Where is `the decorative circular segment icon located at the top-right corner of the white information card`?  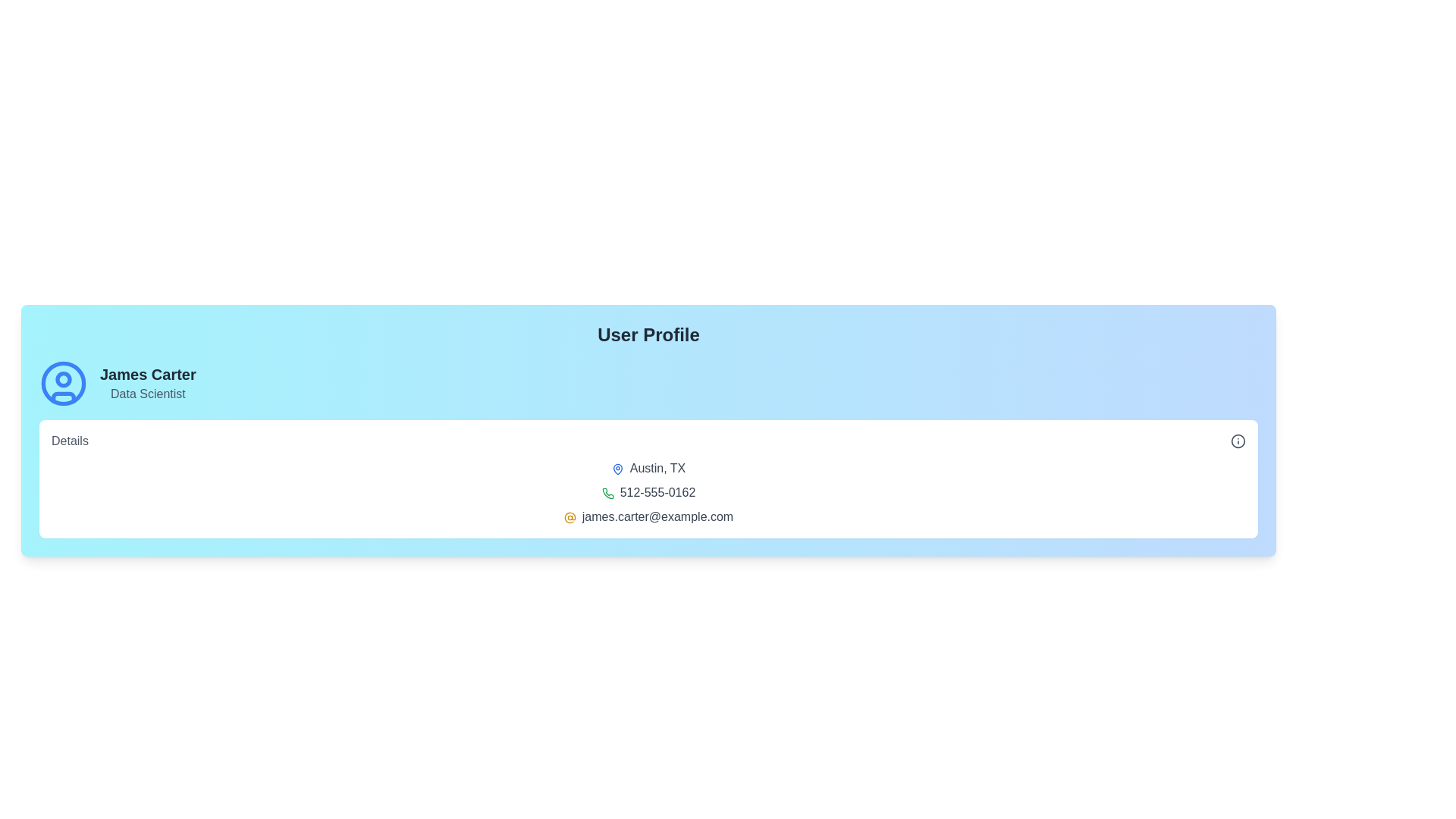
the decorative circular segment icon located at the top-right corner of the white information card is located at coordinates (1238, 441).